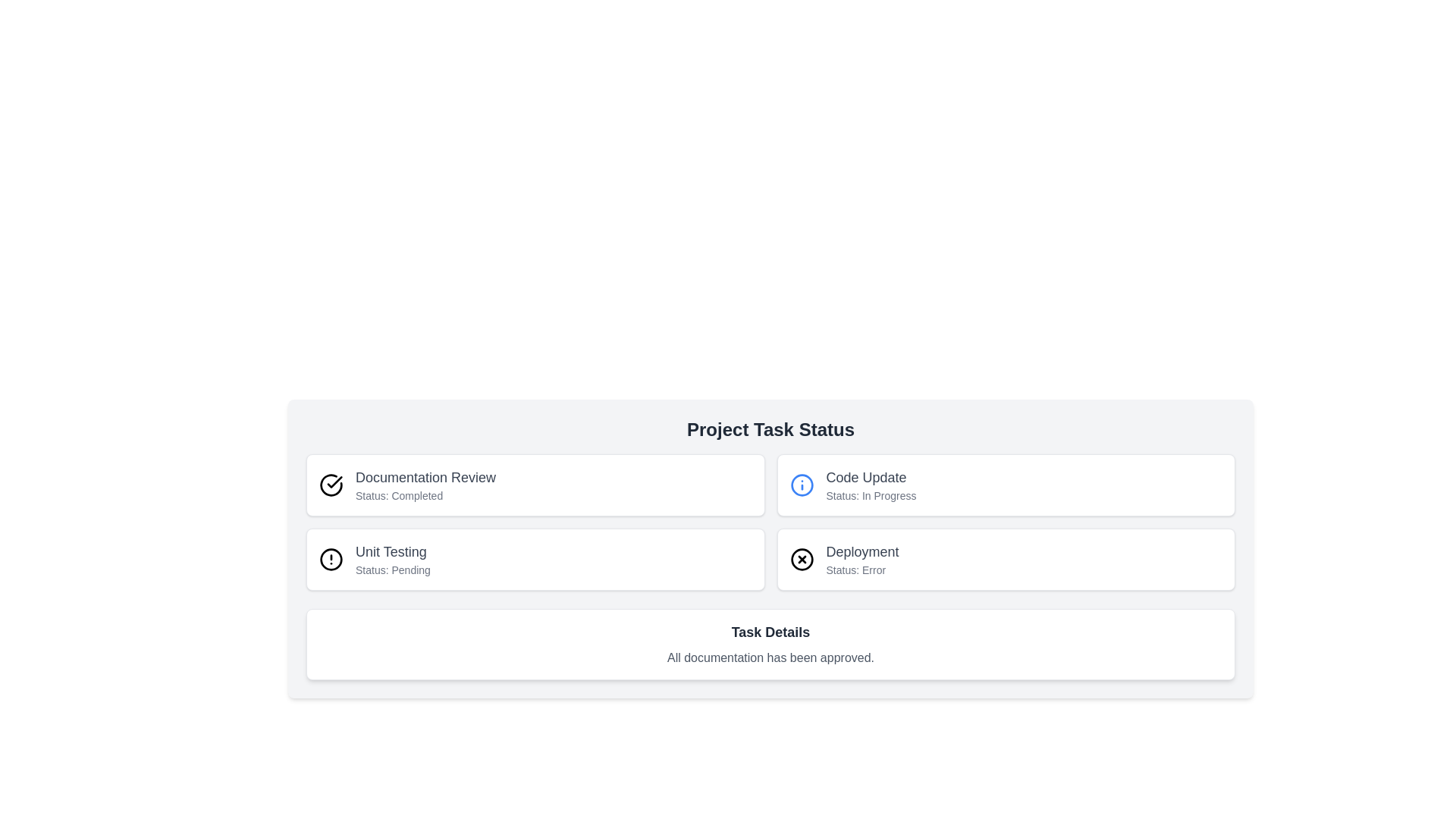  Describe the element at coordinates (862, 552) in the screenshot. I see `the Text Label indicating the name of a task or section, located under the 'Code Update' section and above 'Status: Error'` at that location.